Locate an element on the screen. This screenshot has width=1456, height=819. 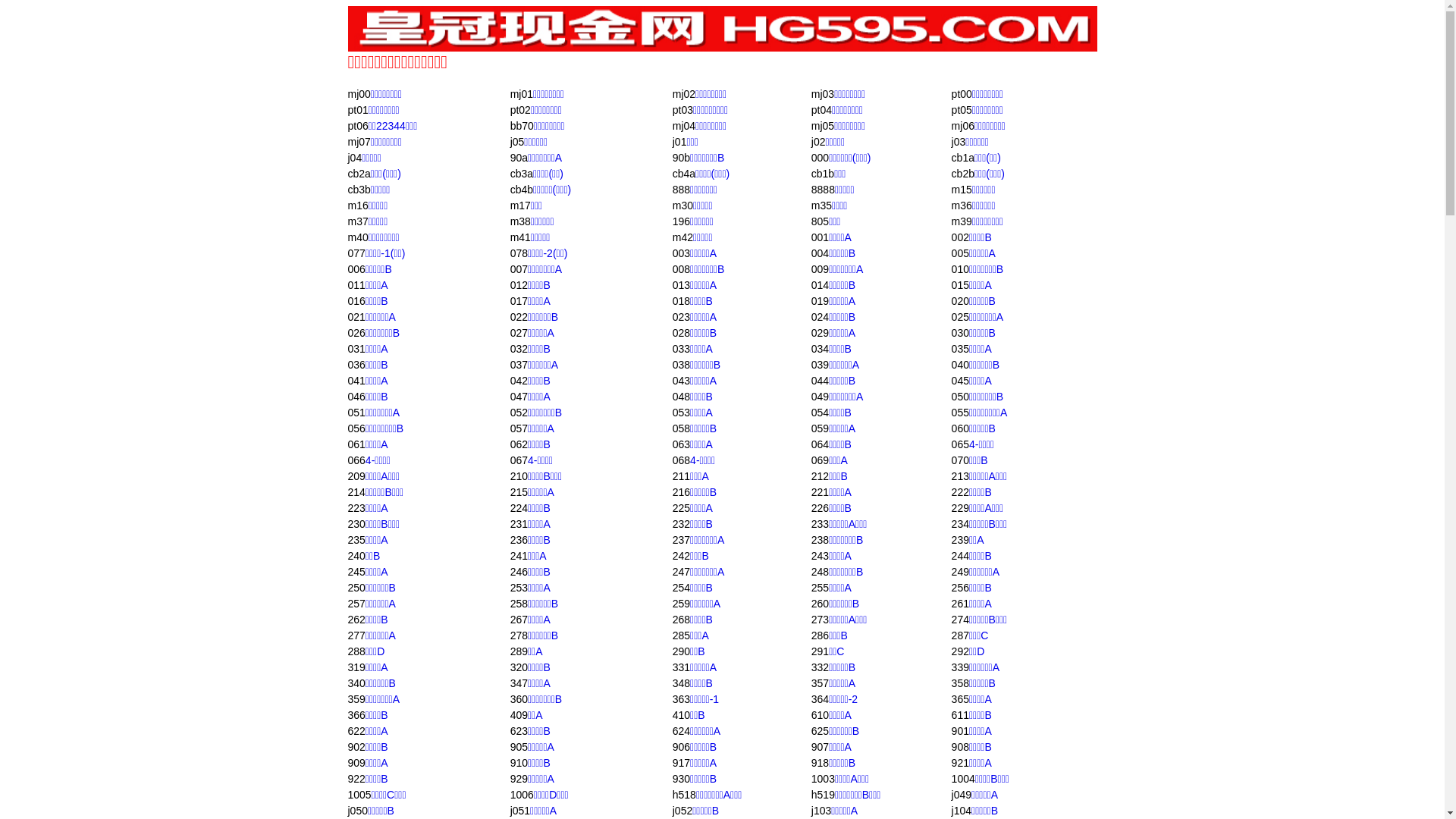
'003' is located at coordinates (680, 253).